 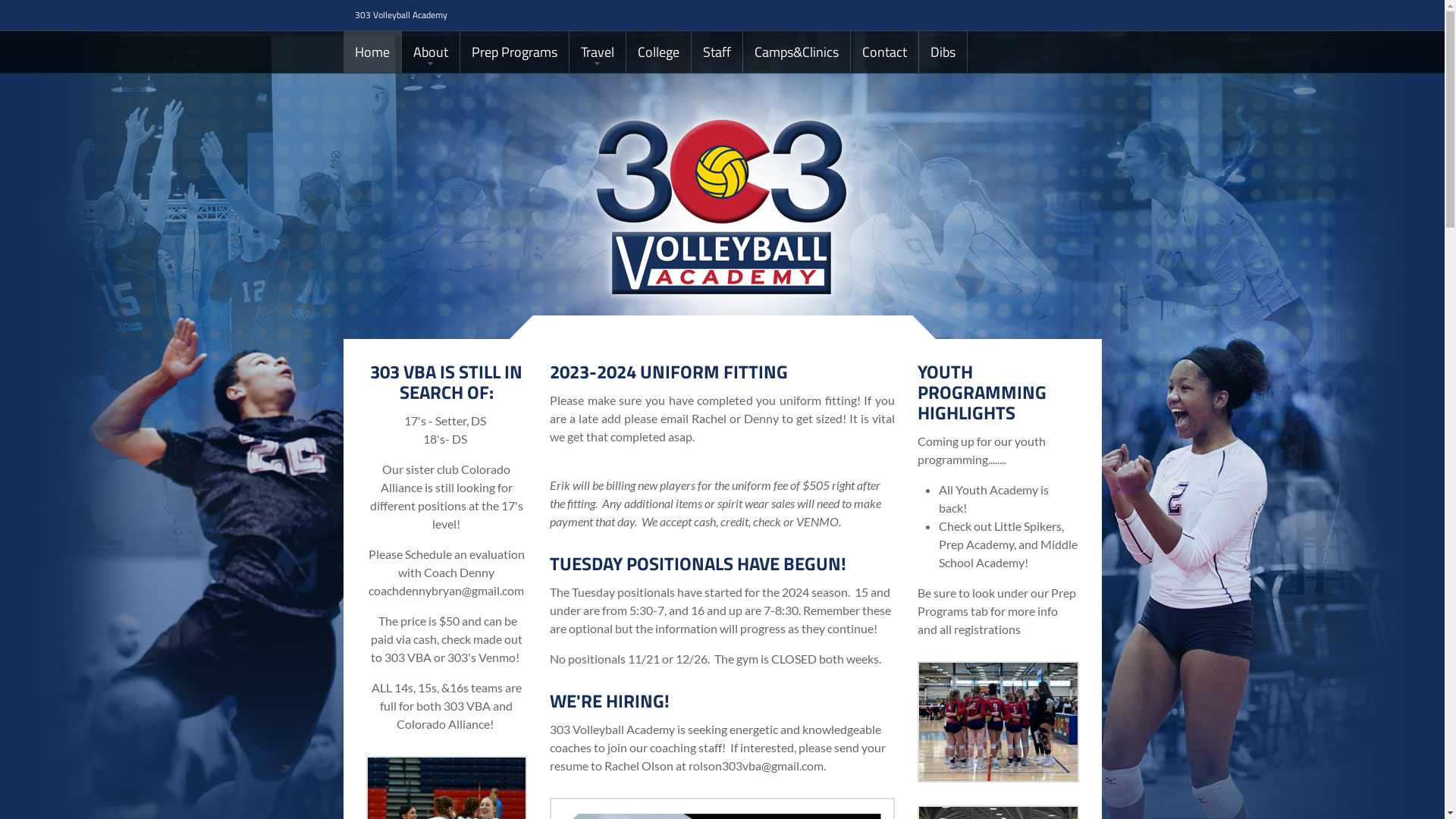 I want to click on 'Prep Programs', so click(x=513, y=51).